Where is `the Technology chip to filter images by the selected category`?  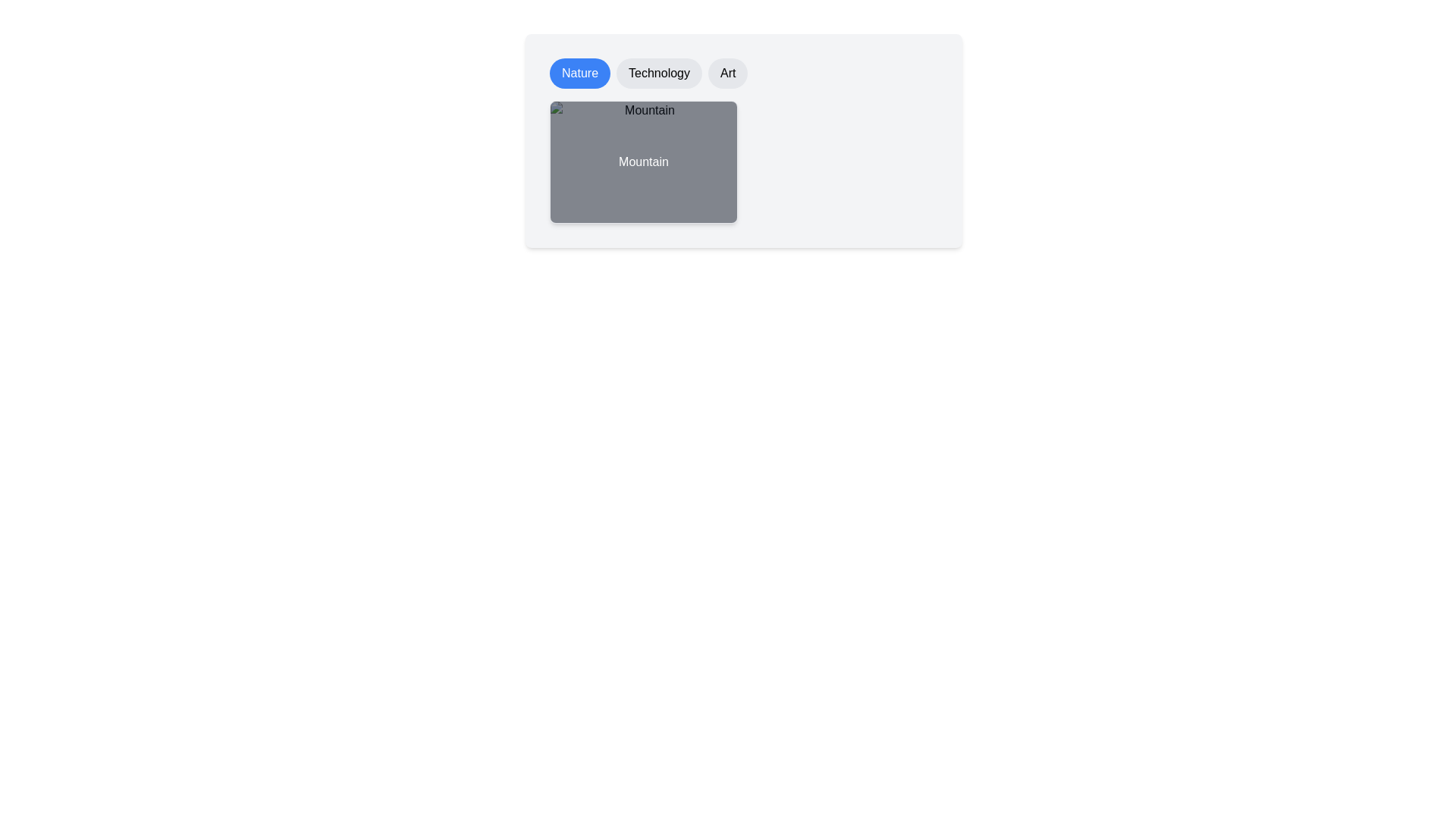 the Technology chip to filter images by the selected category is located at coordinates (659, 73).